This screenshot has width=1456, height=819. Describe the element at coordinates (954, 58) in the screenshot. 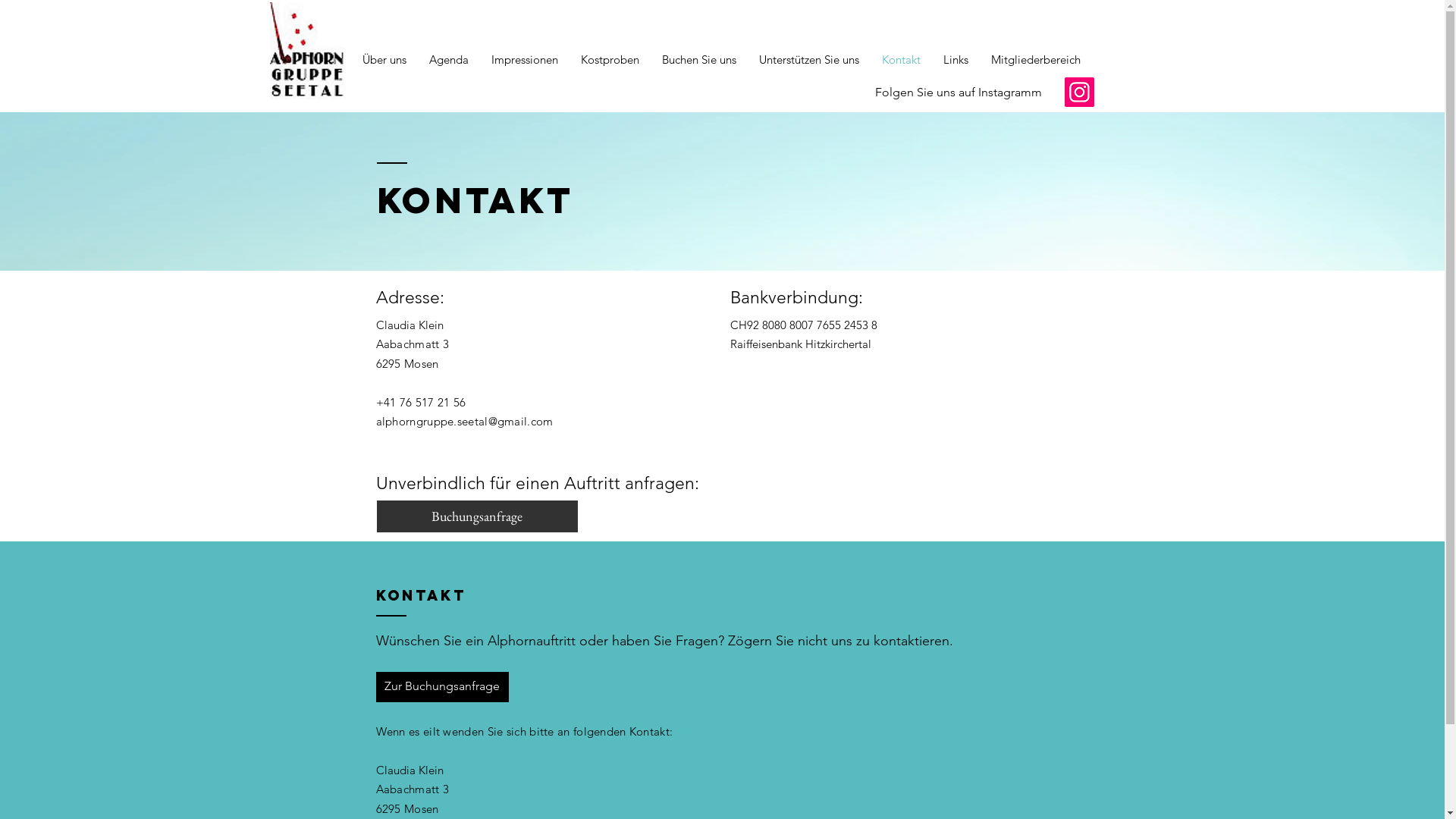

I see `'Links'` at that location.